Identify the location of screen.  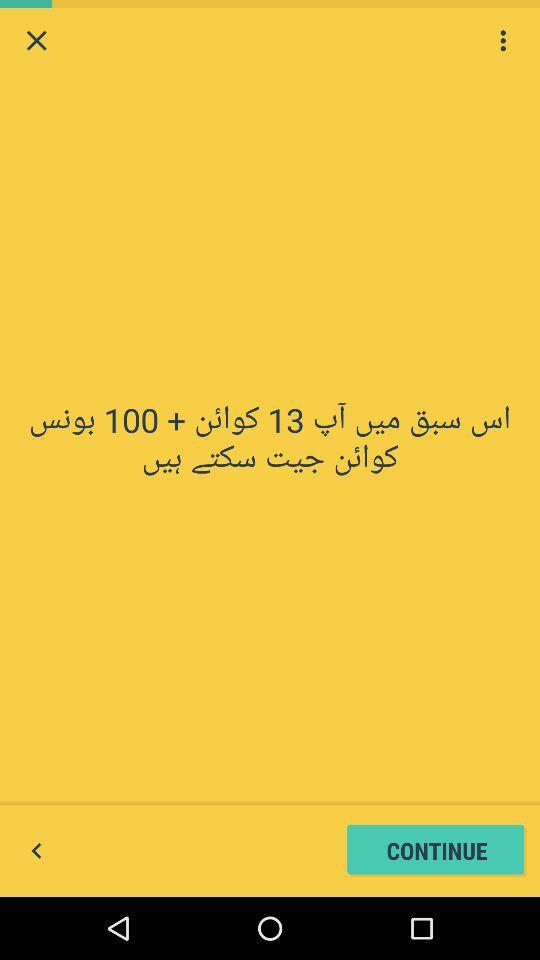
(36, 39).